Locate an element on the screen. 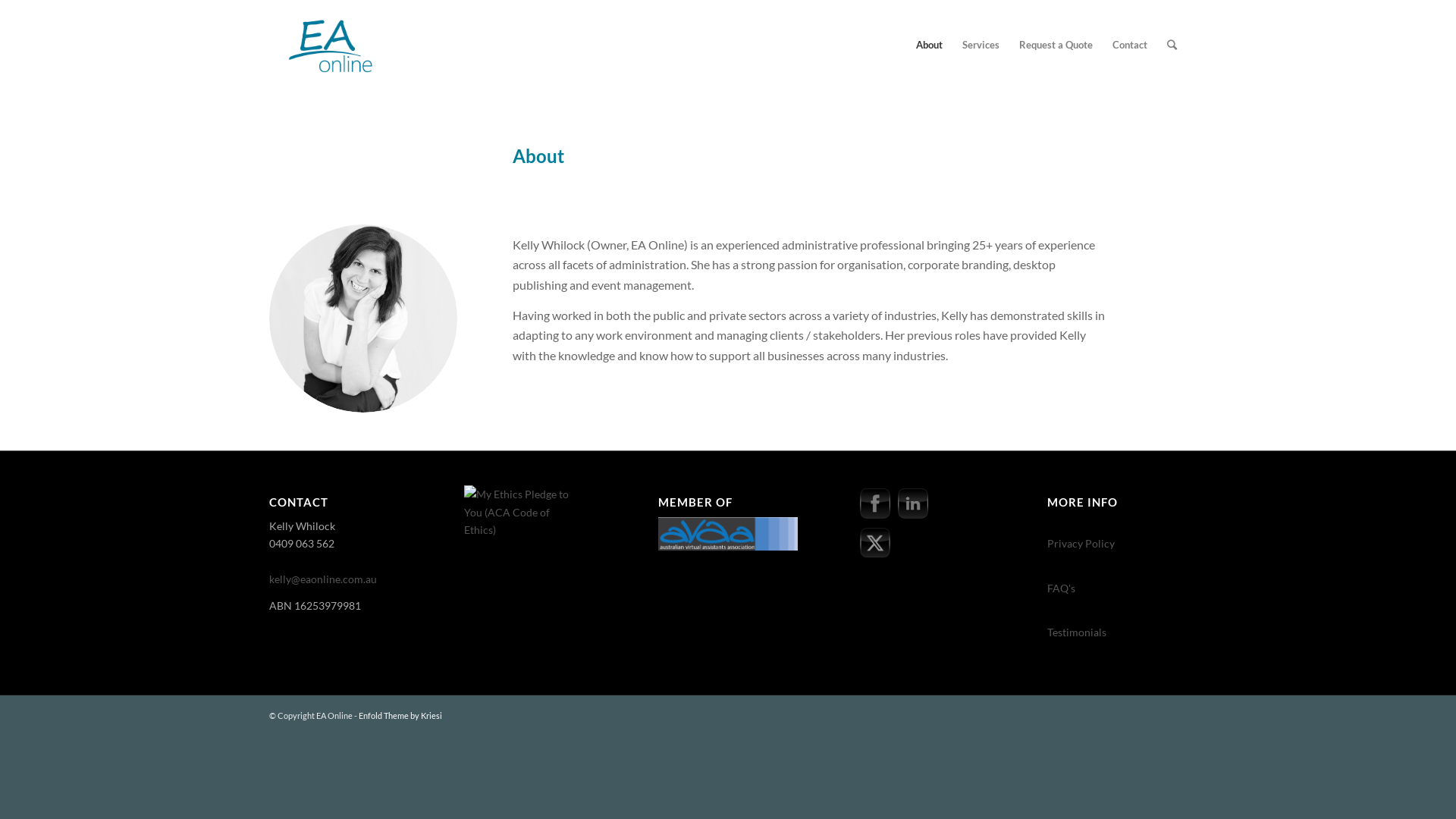 The width and height of the screenshot is (1456, 819). 'Services' is located at coordinates (952, 43).